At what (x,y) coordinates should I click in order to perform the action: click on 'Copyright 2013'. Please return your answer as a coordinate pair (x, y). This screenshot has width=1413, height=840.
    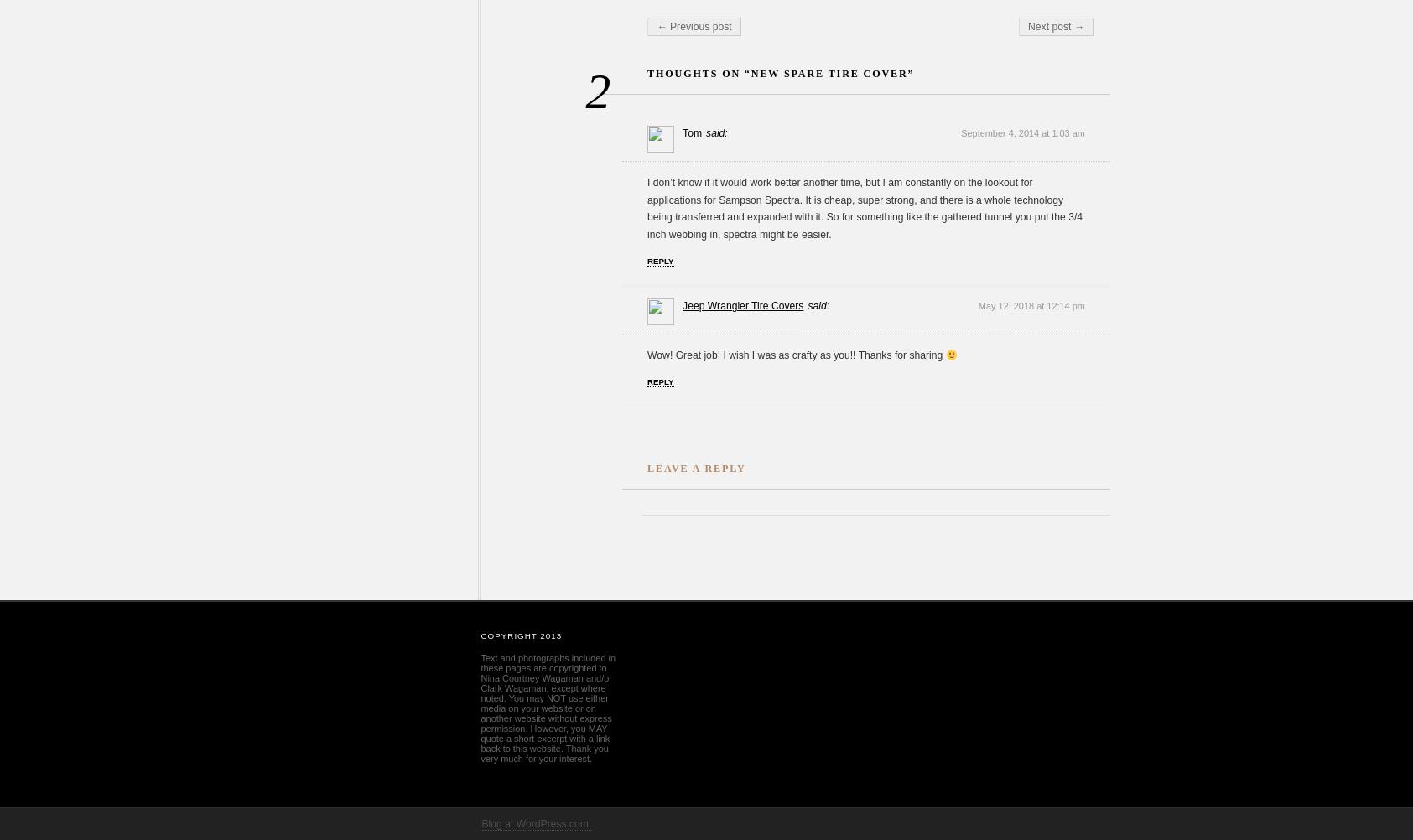
    Looking at the image, I should click on (481, 634).